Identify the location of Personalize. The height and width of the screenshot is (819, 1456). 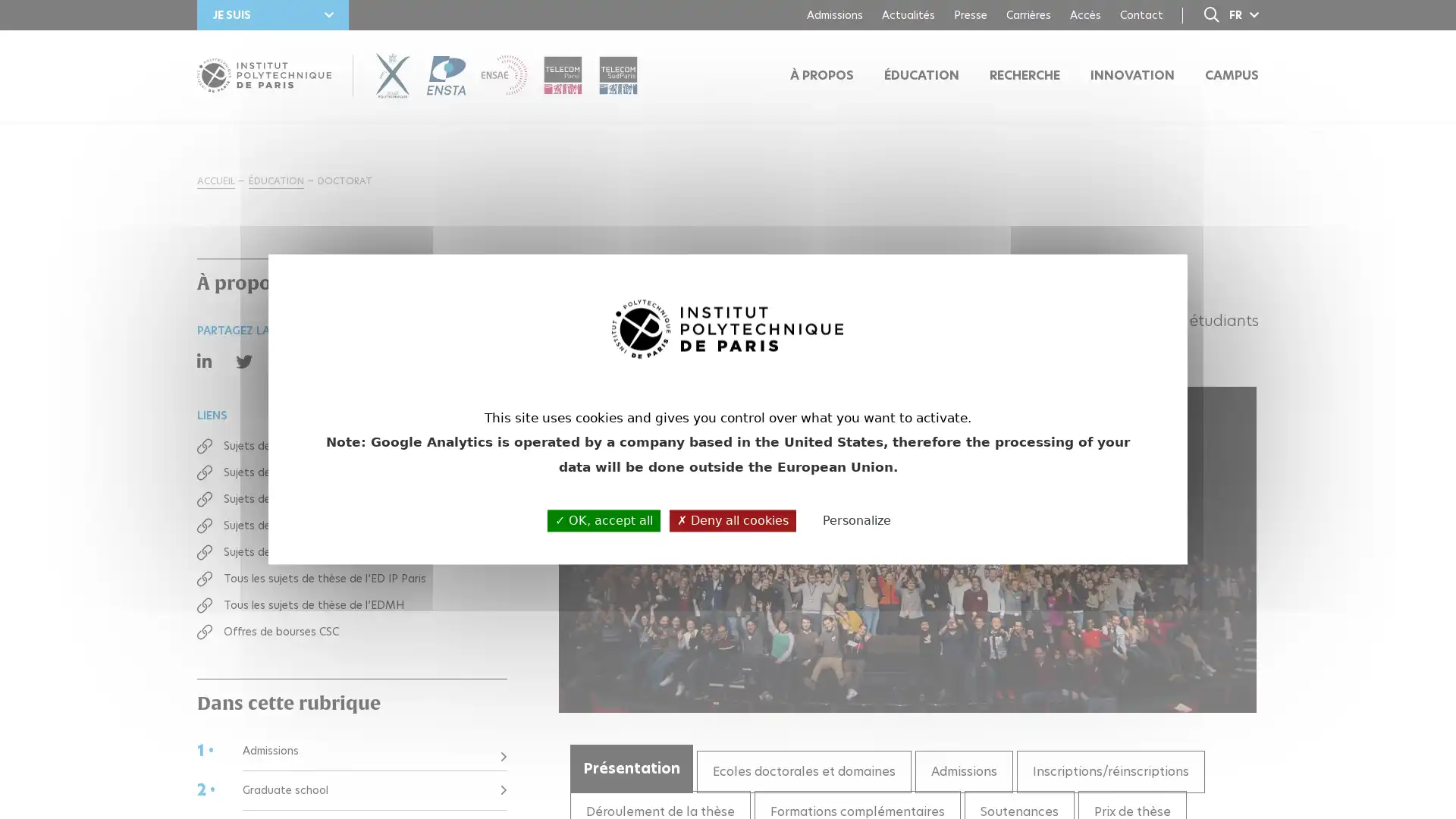
(856, 520).